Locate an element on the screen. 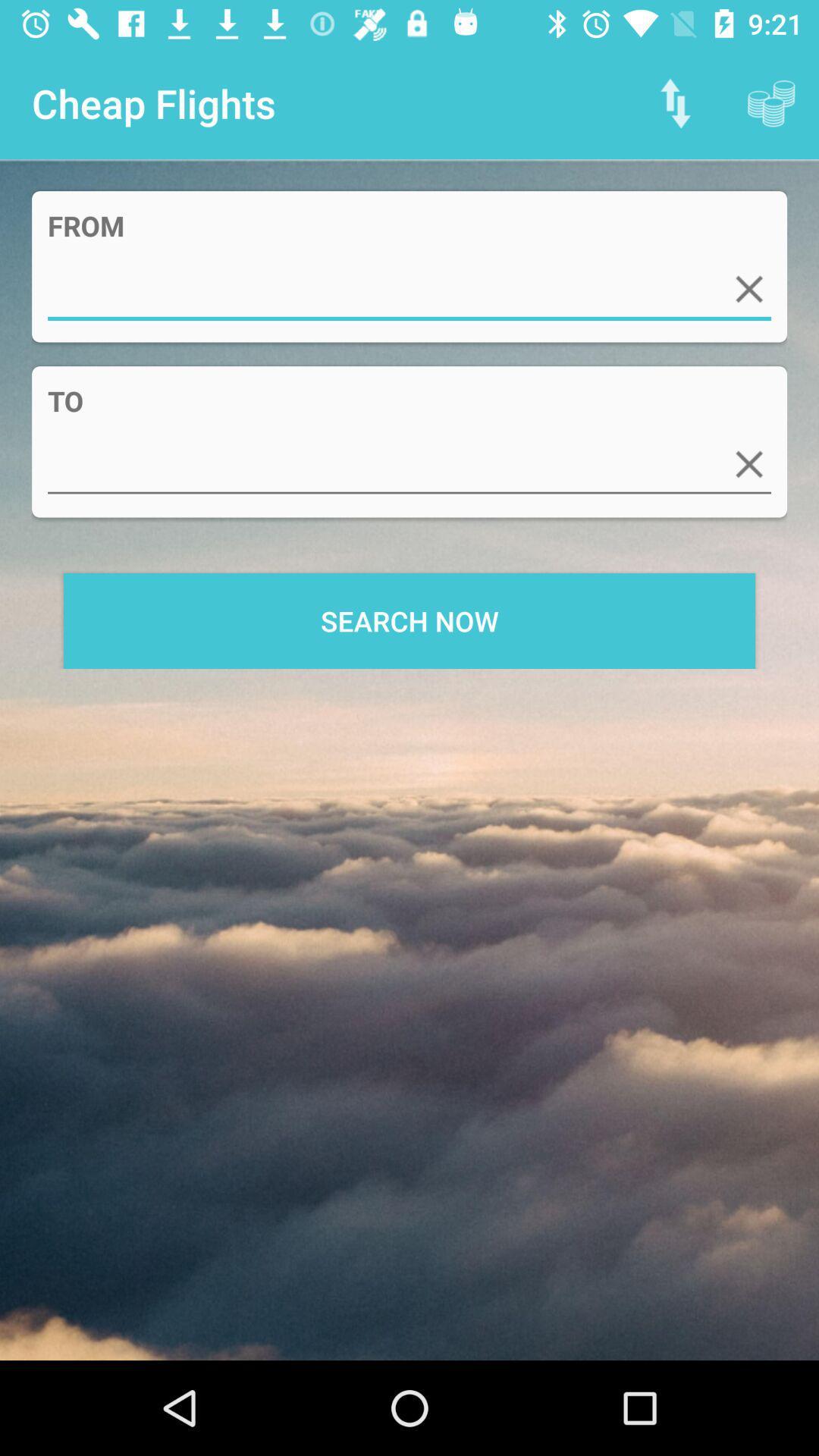 Image resolution: width=819 pixels, height=1456 pixels. search information is located at coordinates (409, 289).